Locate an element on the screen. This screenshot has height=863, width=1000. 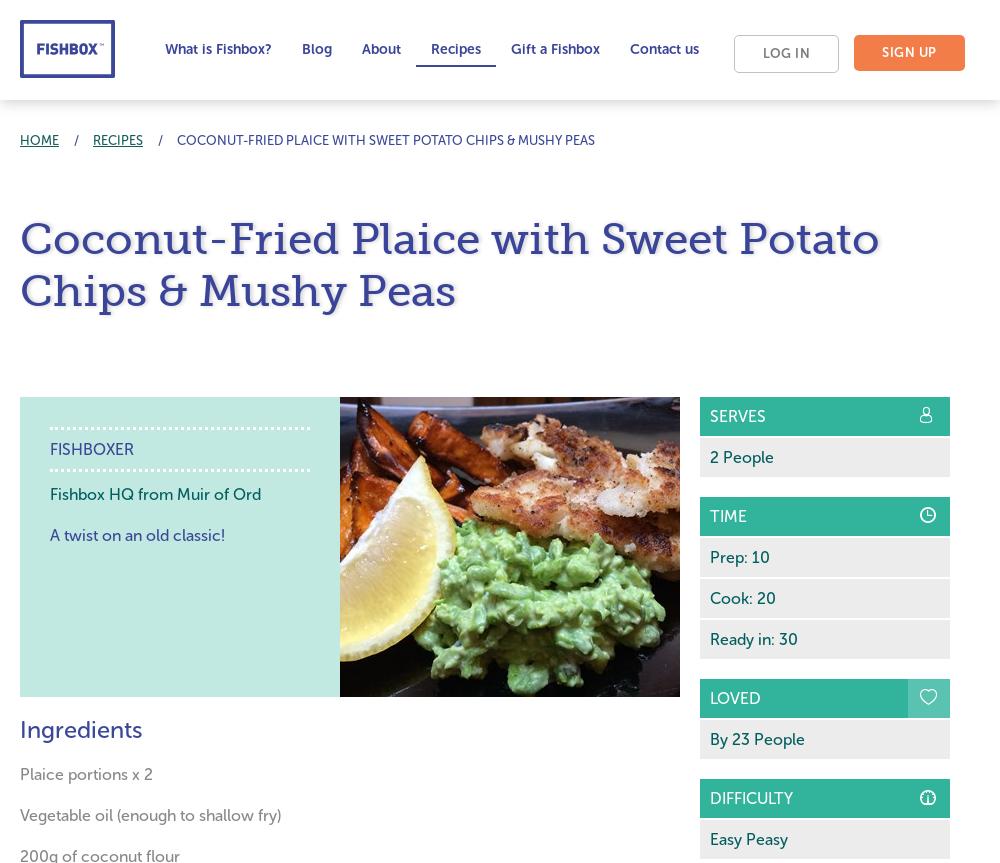
'A twist on an old classic!' is located at coordinates (137, 535).